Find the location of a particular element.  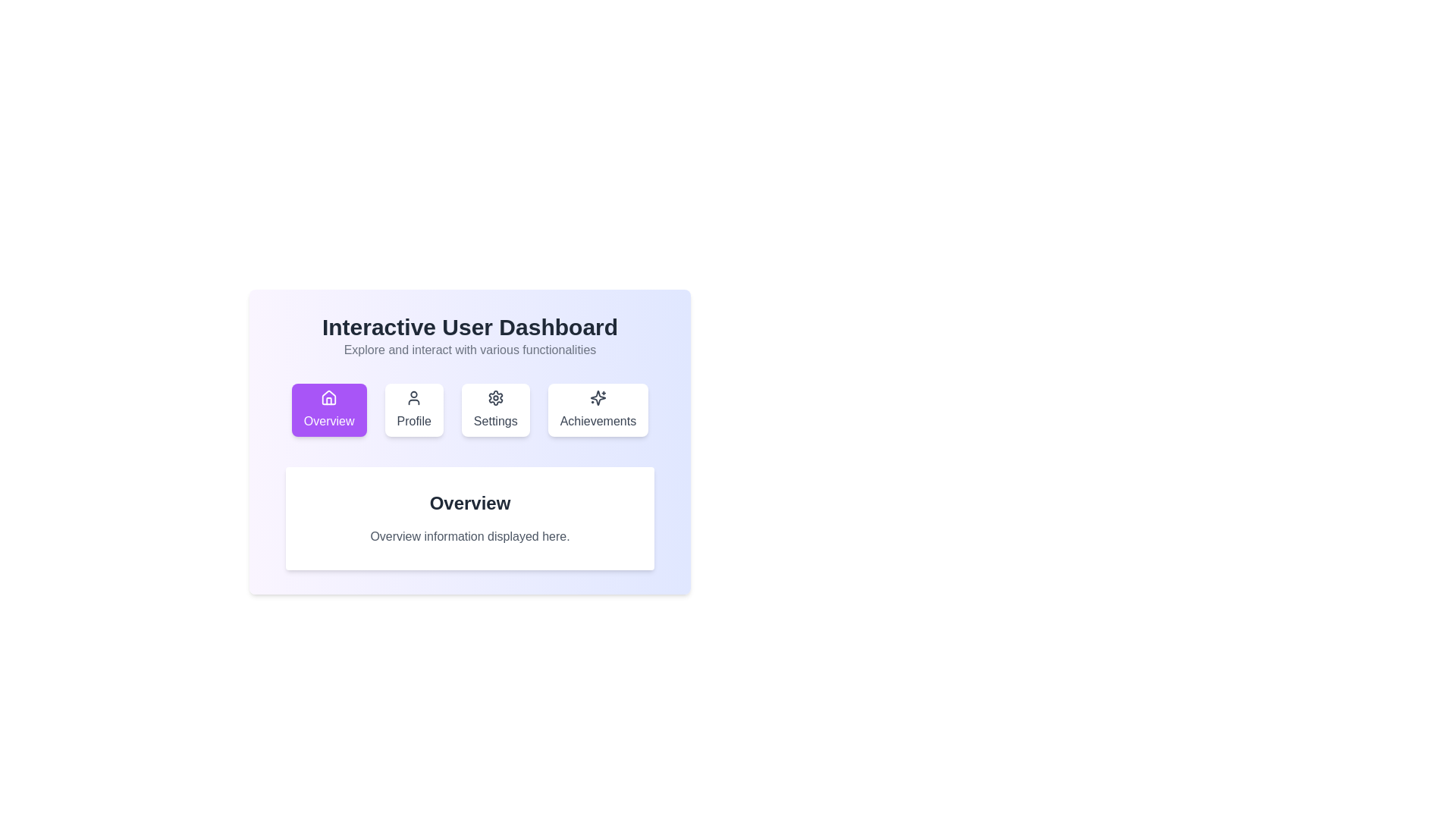

the decorative 'sparkles' icon in the 'Achievements' button located in the top-right section of the user dashboard interface is located at coordinates (597, 397).